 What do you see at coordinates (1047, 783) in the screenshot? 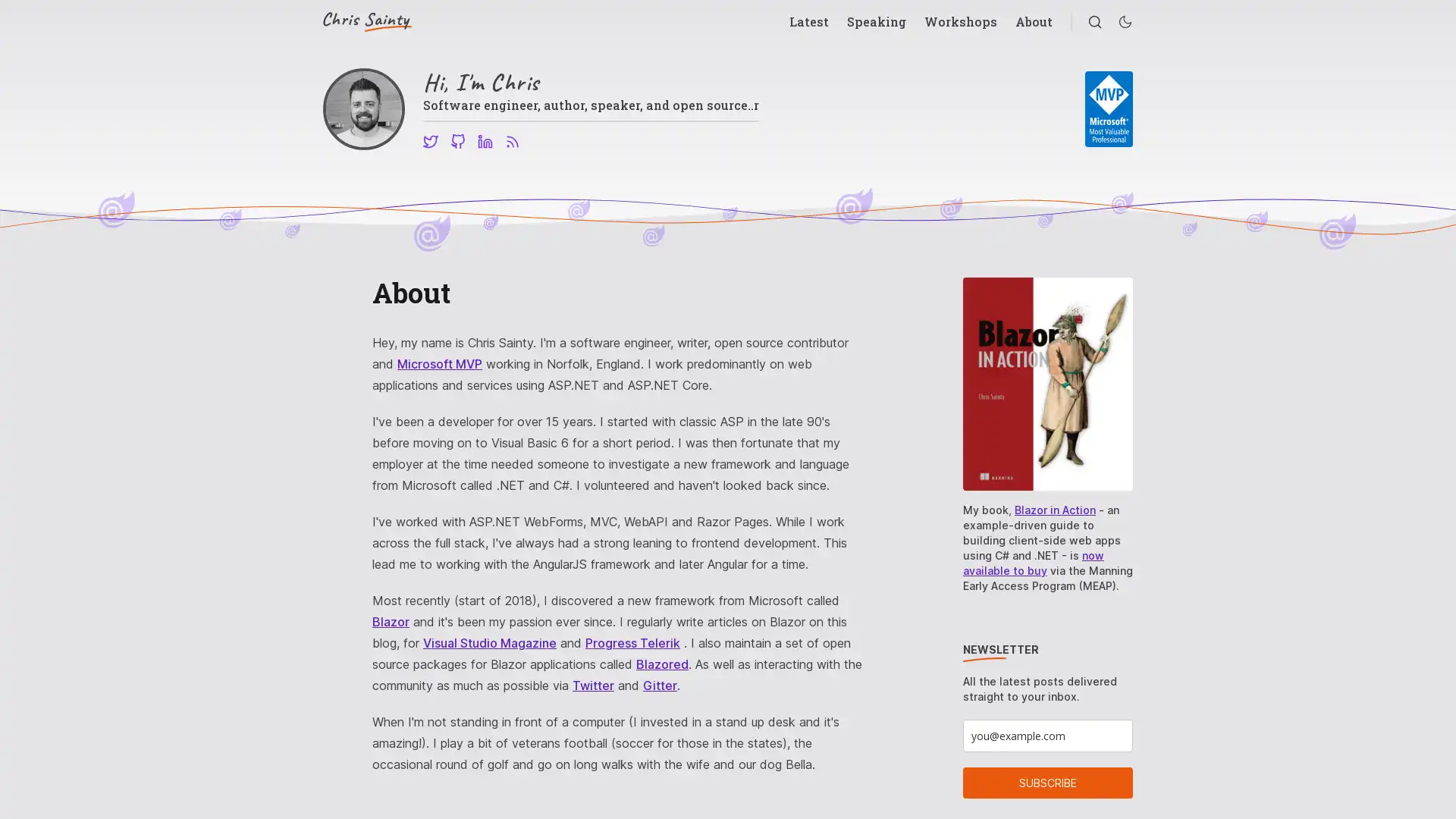
I see `SUBSCRIBE` at bounding box center [1047, 783].